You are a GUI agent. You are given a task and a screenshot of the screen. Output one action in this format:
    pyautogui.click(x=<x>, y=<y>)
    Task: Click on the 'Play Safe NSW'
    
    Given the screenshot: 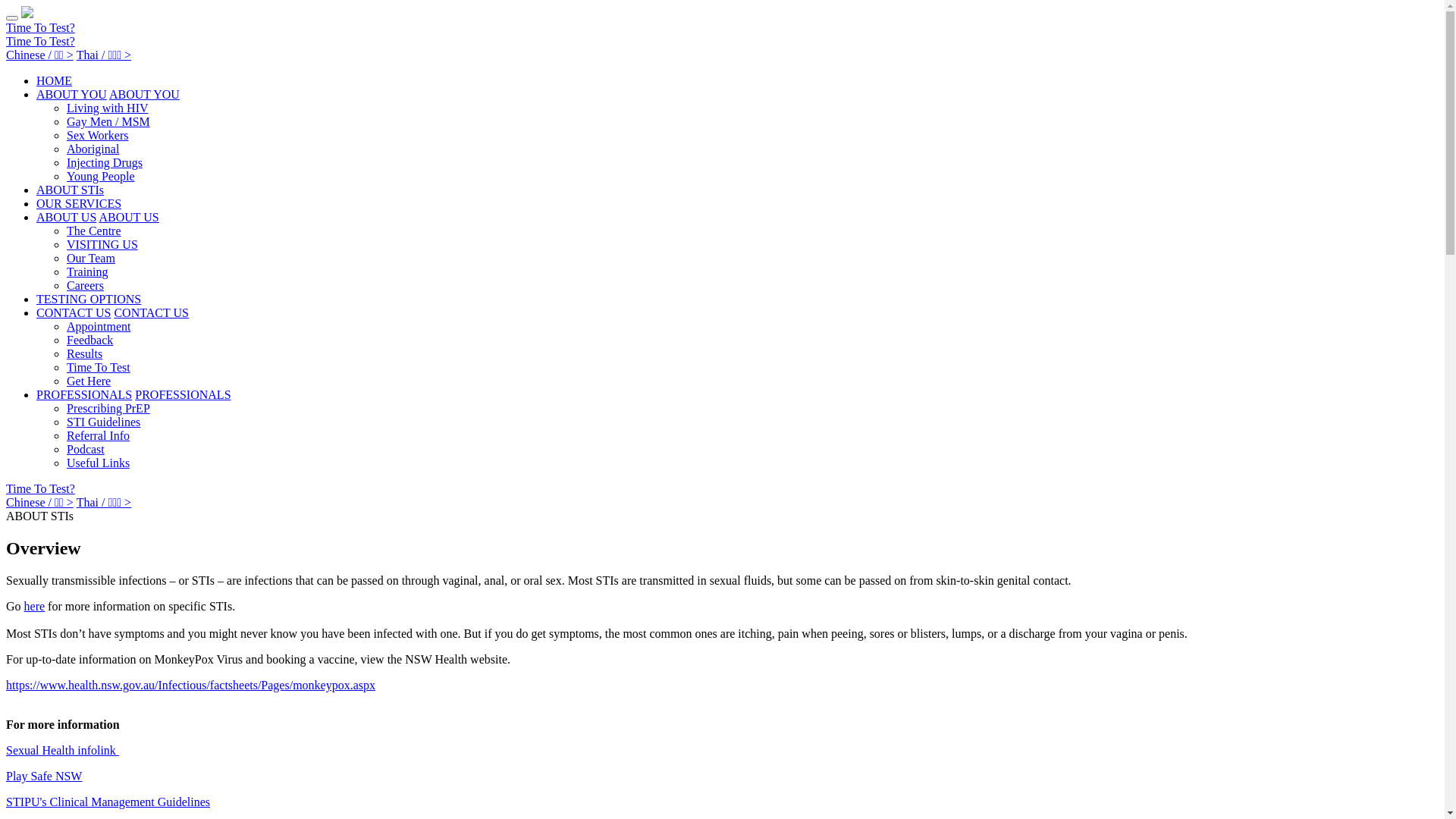 What is the action you would take?
    pyautogui.click(x=43, y=776)
    